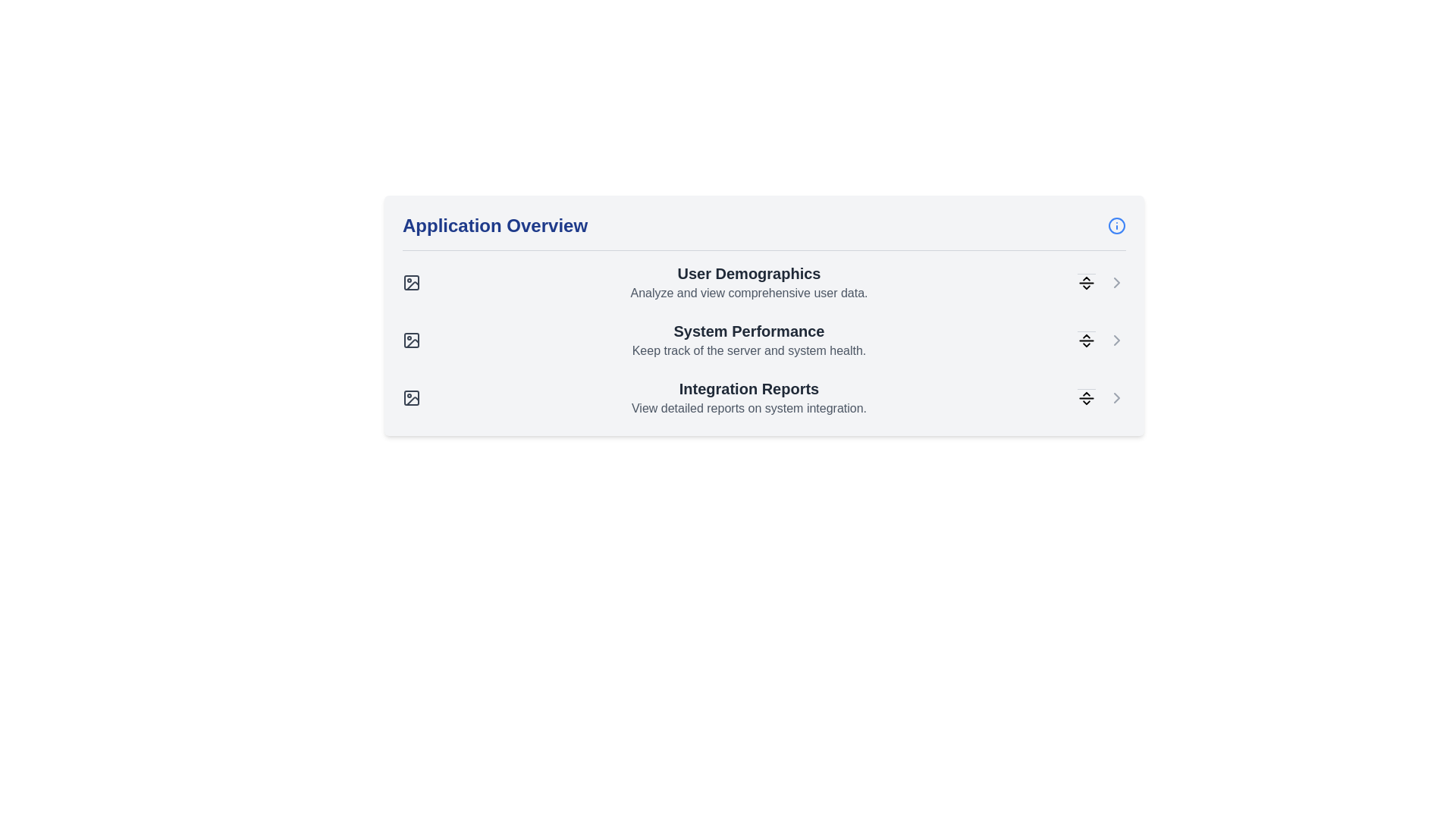 This screenshot has width=1456, height=819. Describe the element at coordinates (1117, 397) in the screenshot. I see `the rightward-pointing gray chevron icon located at the far right of the 'Integration Reports' section` at that location.